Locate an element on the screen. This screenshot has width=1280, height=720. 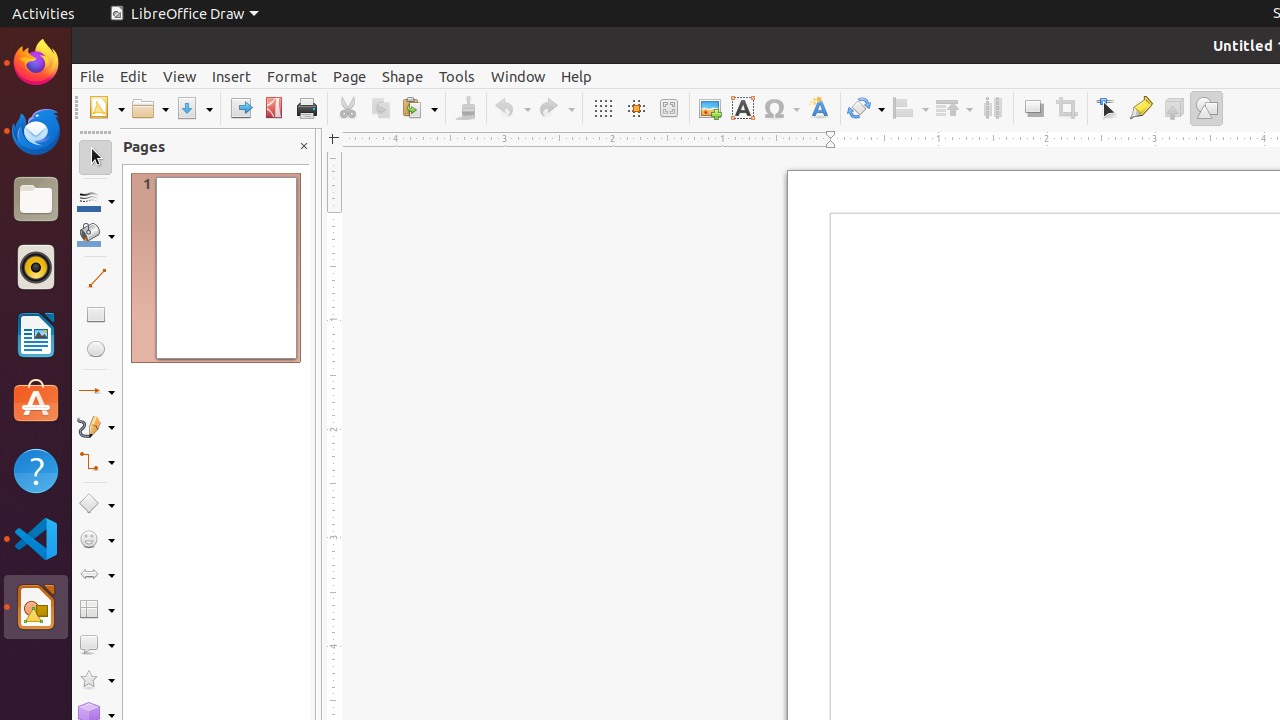
'View' is located at coordinates (179, 75).